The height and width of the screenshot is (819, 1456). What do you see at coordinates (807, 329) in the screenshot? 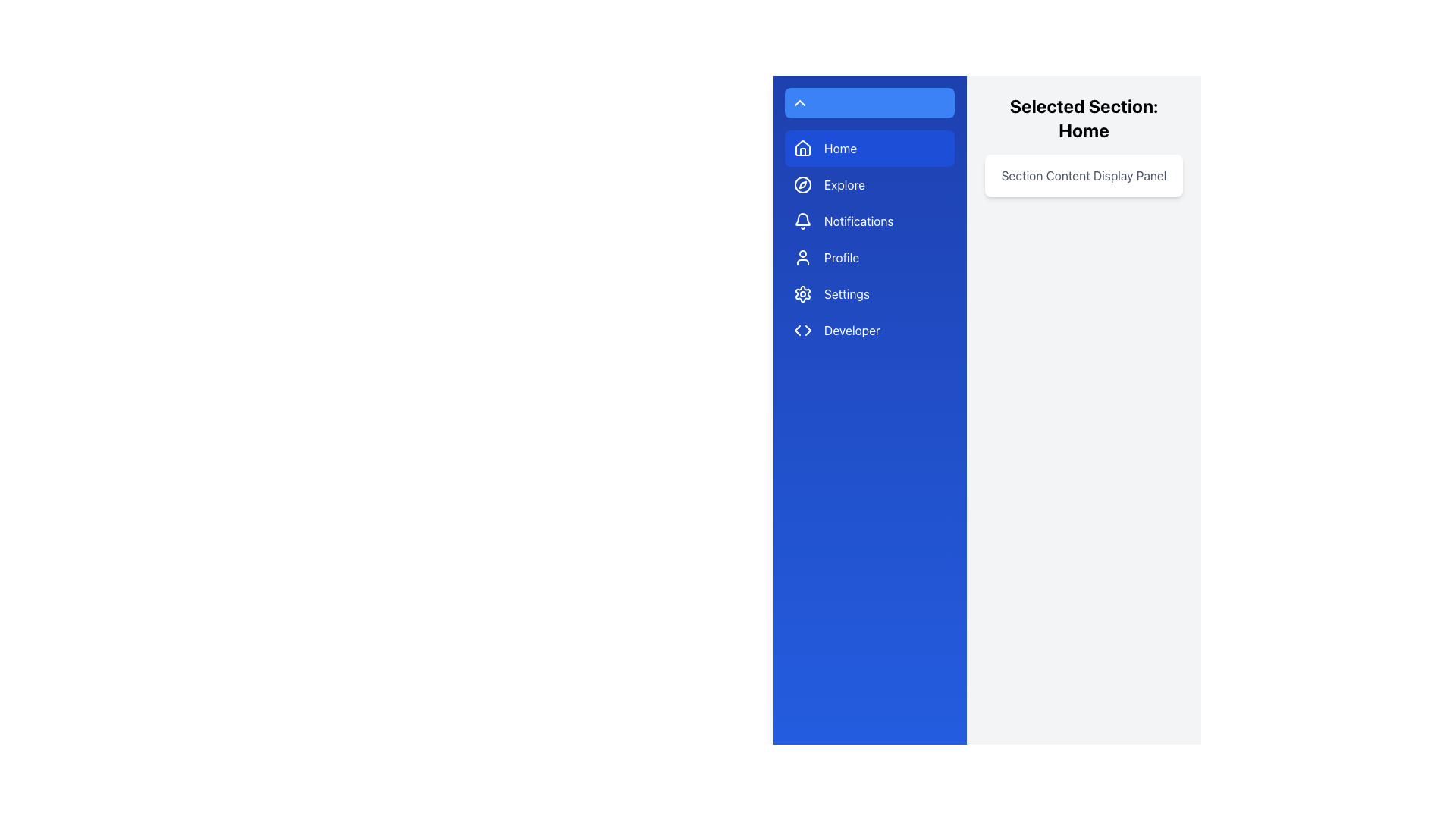
I see `the arrow icon on the right side of the 'Developer' menu item, which indicates navigation direction` at bounding box center [807, 329].